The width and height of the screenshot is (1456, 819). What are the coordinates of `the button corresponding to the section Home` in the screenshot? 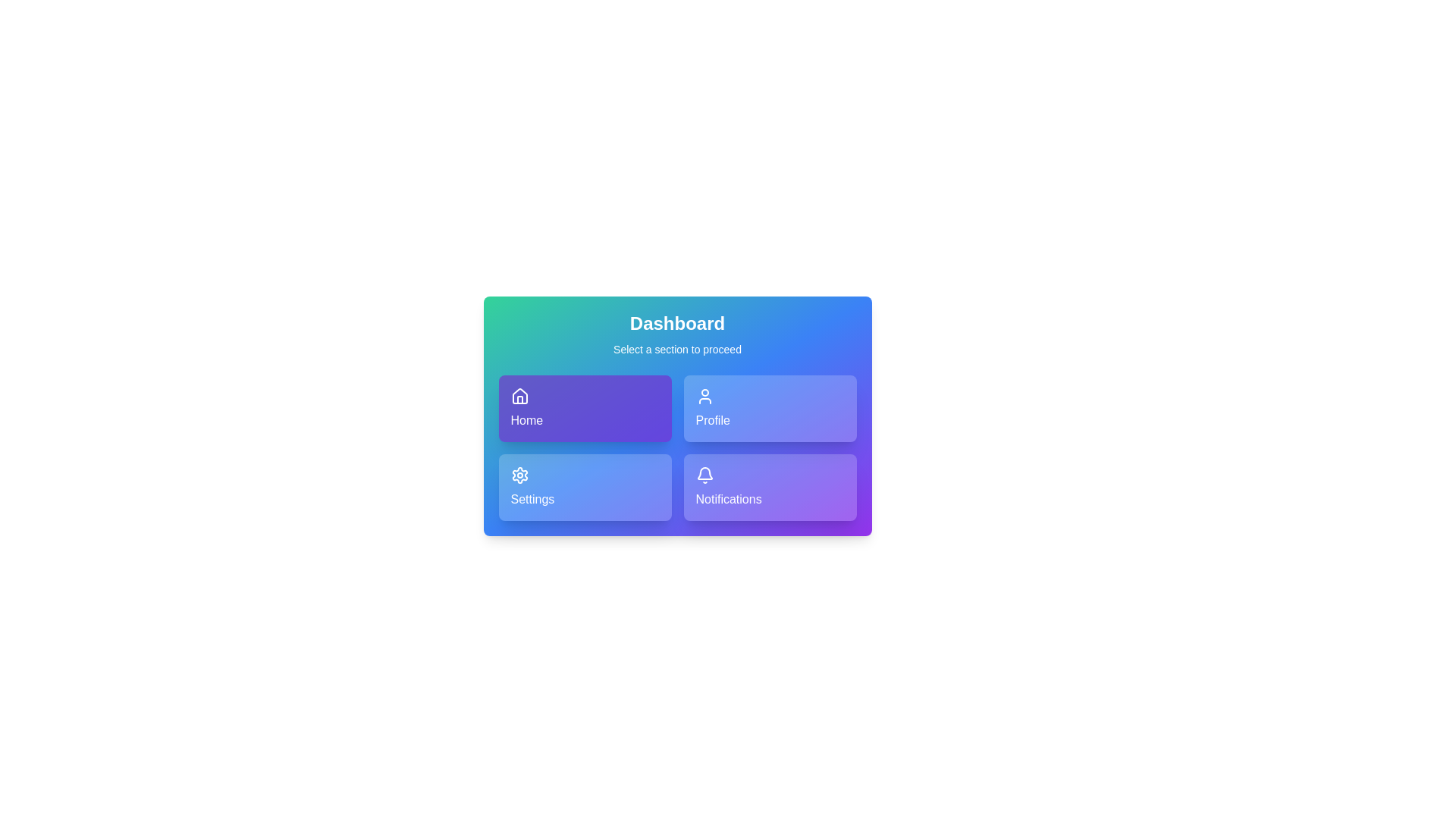 It's located at (584, 408).